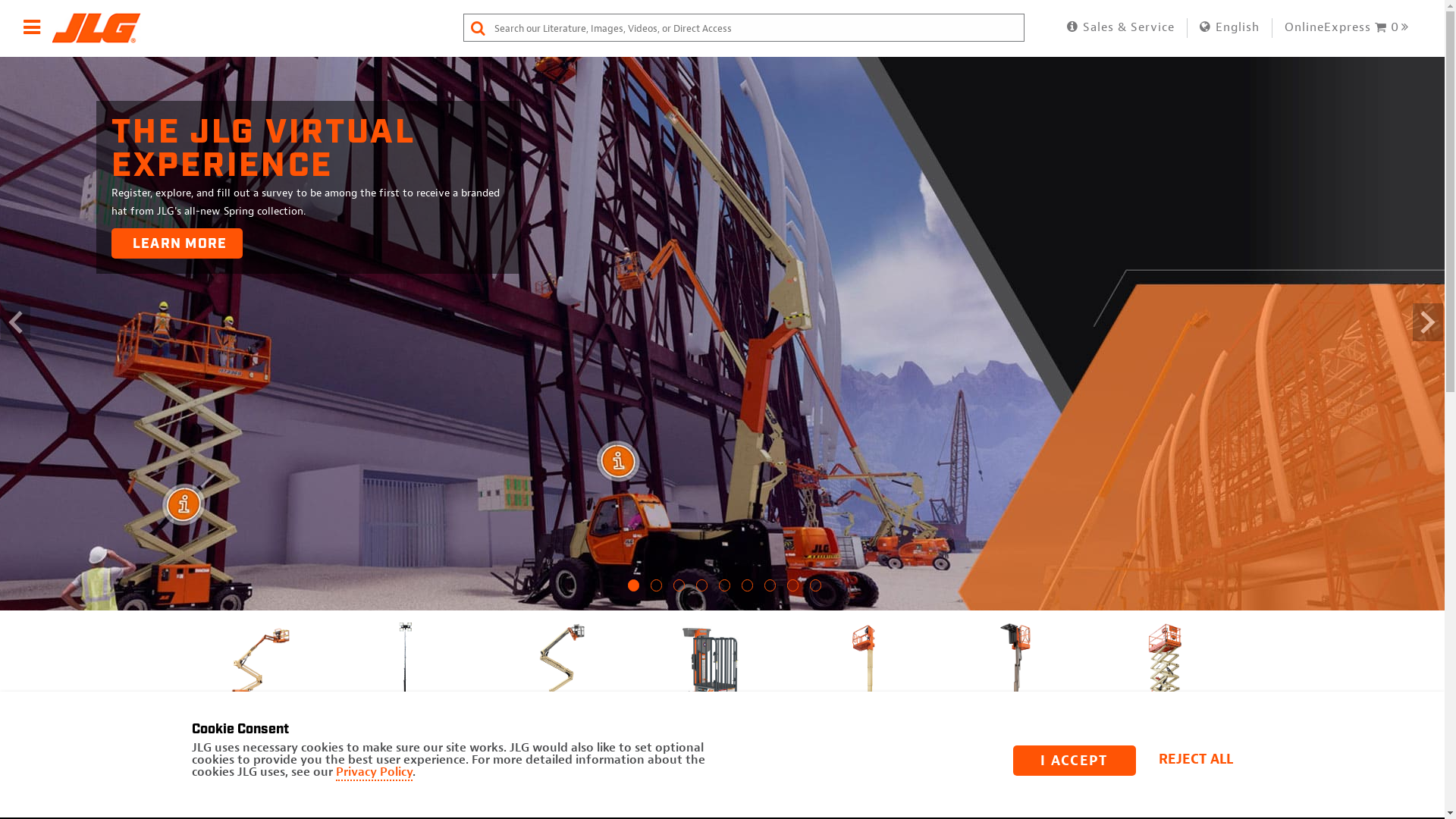 The image size is (1456, 819). What do you see at coordinates (718, 590) in the screenshot?
I see `'5'` at bounding box center [718, 590].